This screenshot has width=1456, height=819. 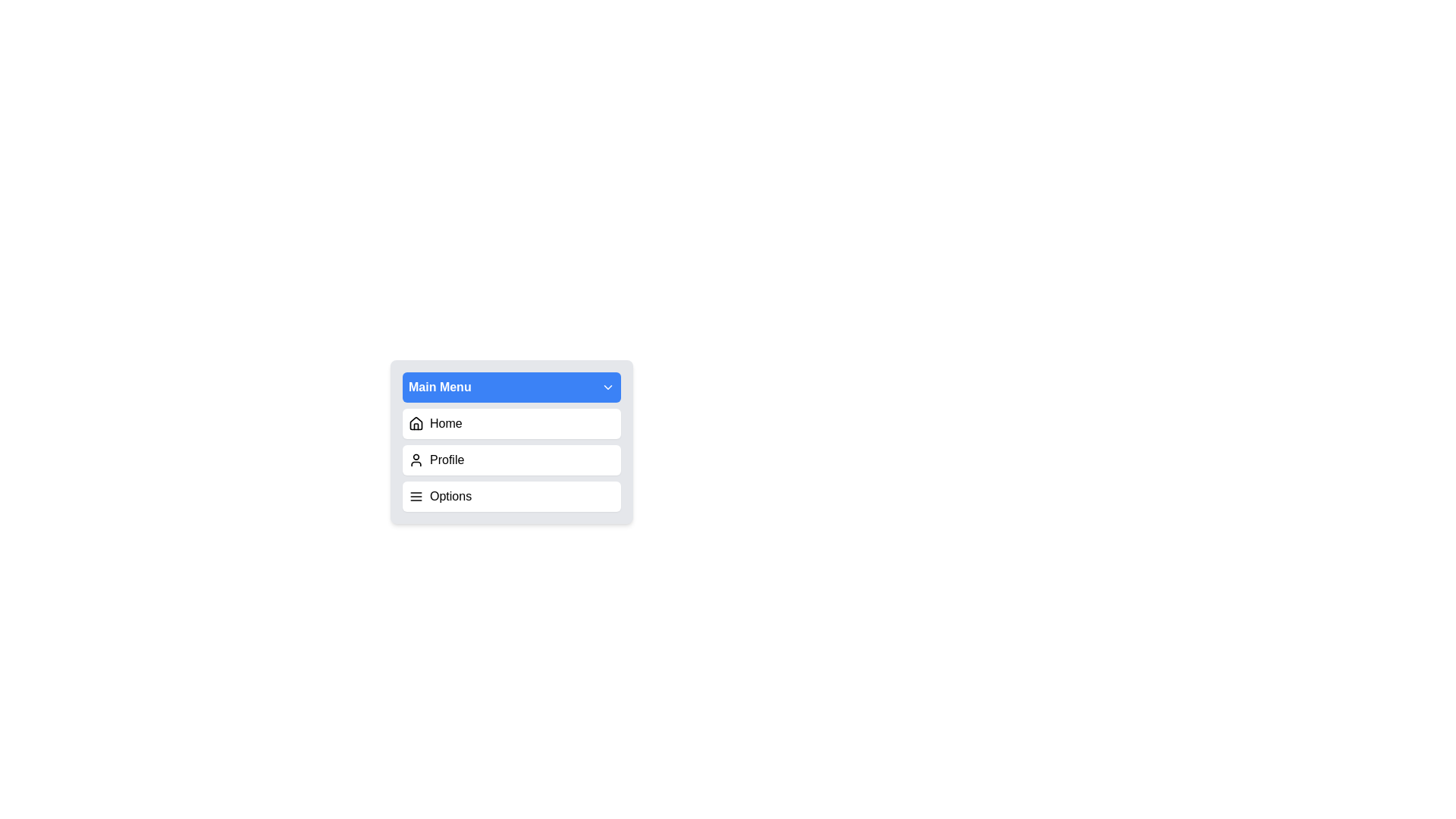 What do you see at coordinates (416, 497) in the screenshot?
I see `the hamburger menu icon located within the 'Options' group, which is the first visual component of the 'Options' item below the 'Main Menu' dropdown` at bounding box center [416, 497].